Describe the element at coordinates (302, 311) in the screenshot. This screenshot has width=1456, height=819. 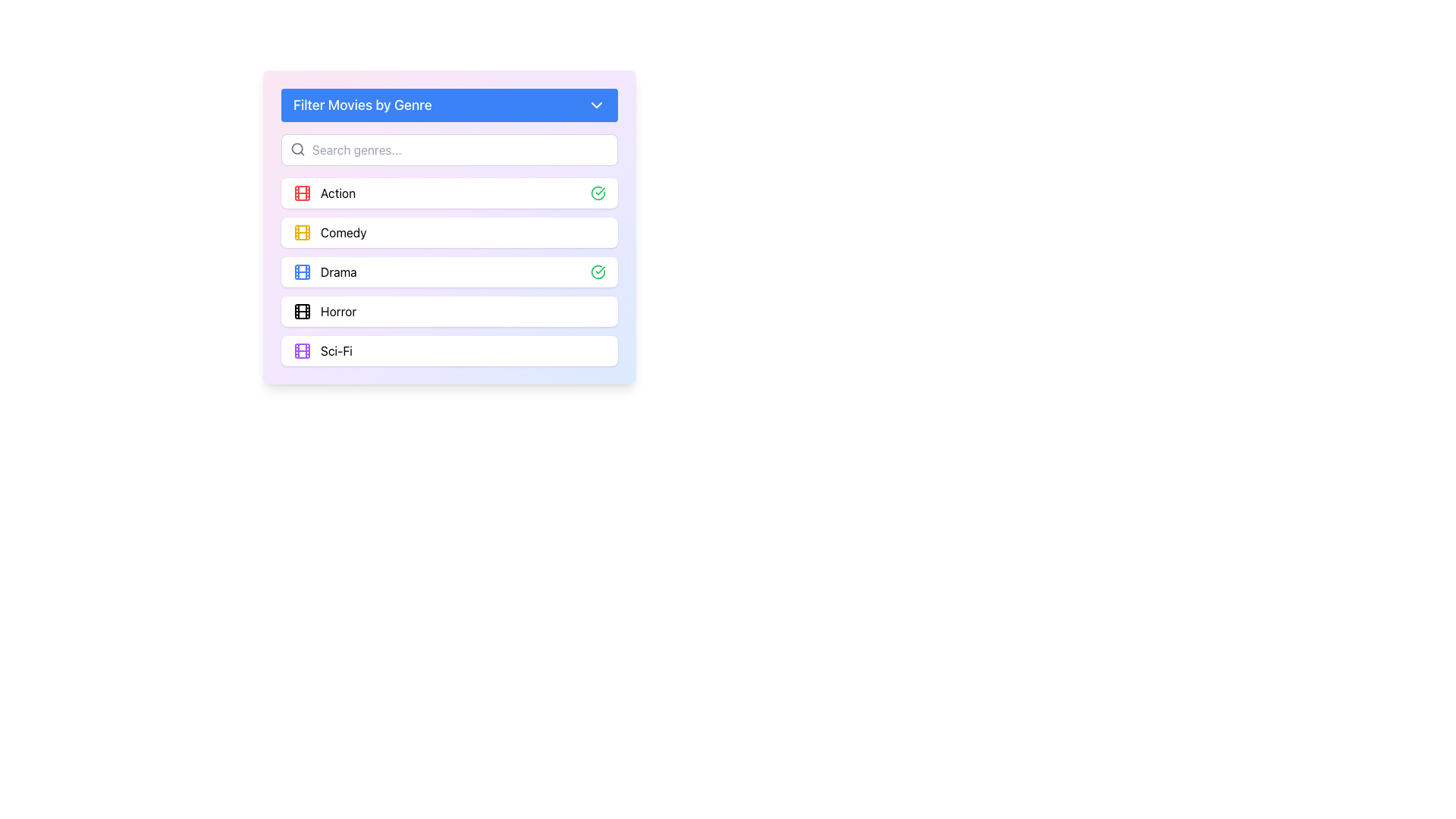
I see `the graphical element of the movie reel icon in the 'Horror' genre row` at that location.